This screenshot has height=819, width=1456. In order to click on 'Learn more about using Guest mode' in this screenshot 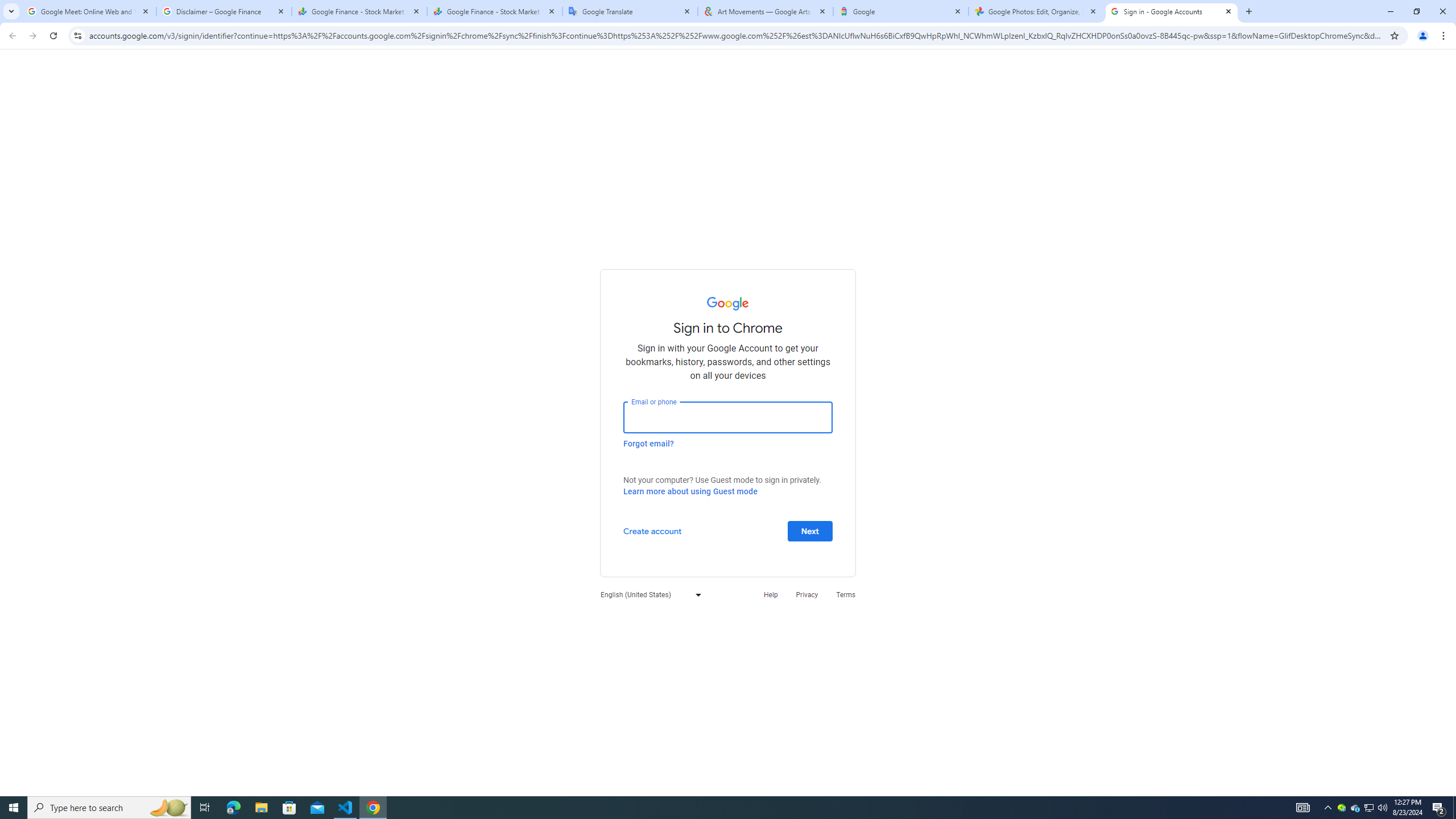, I will do `click(689, 491)`.